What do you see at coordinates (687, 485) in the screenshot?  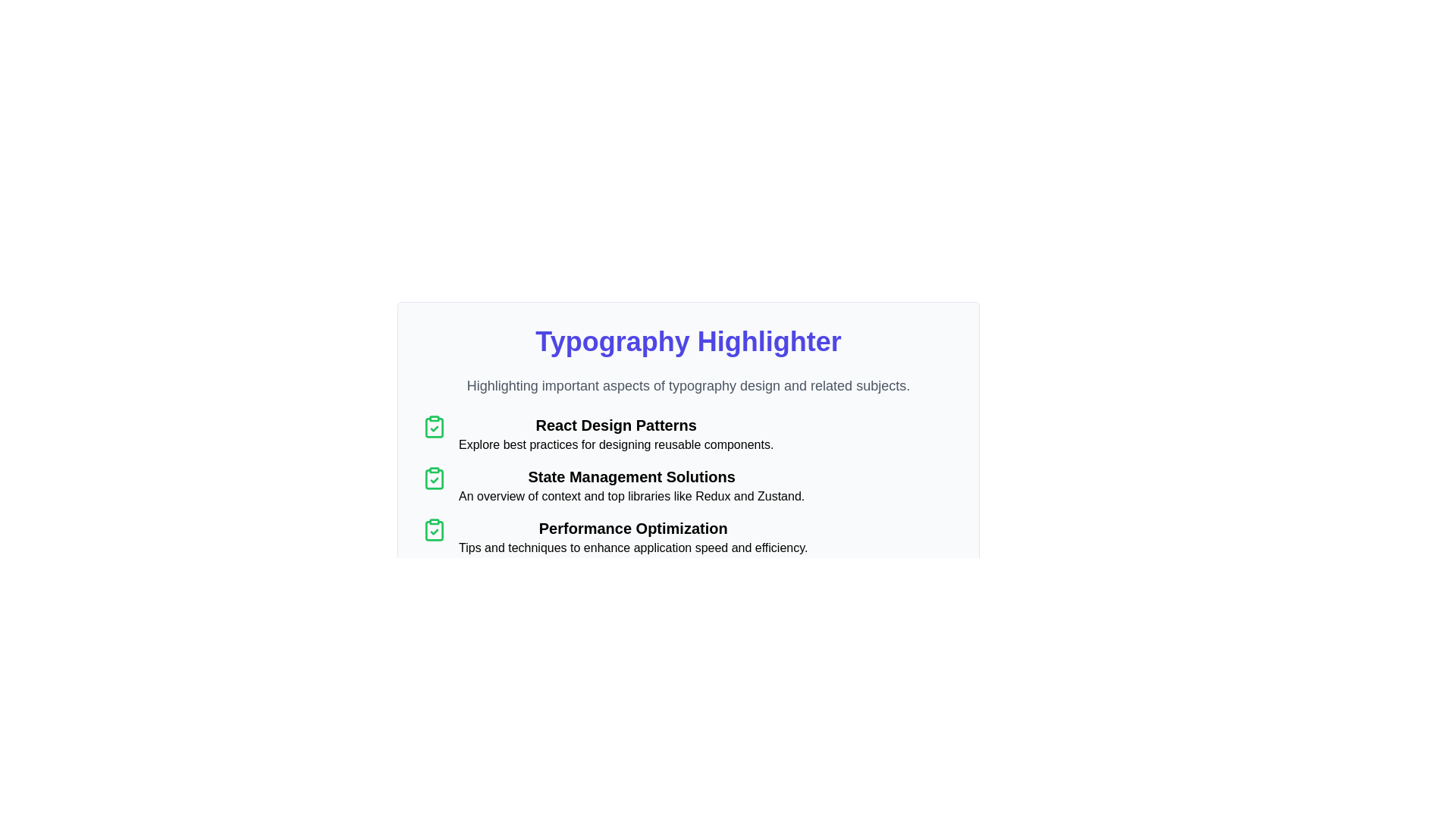 I see `the informational block that presents three key topics related to typography and web design, located centrally below the title 'Typography Highlighter'` at bounding box center [687, 485].